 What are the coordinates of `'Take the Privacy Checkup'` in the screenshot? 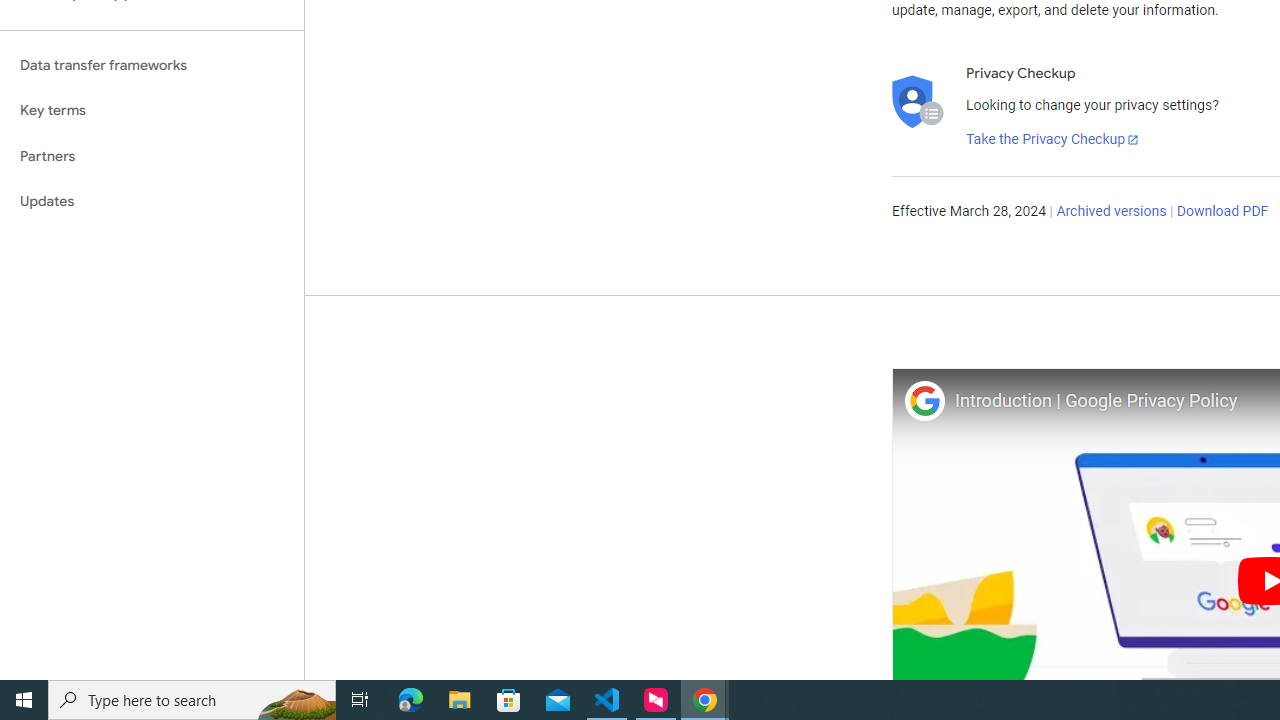 It's located at (1052, 139).